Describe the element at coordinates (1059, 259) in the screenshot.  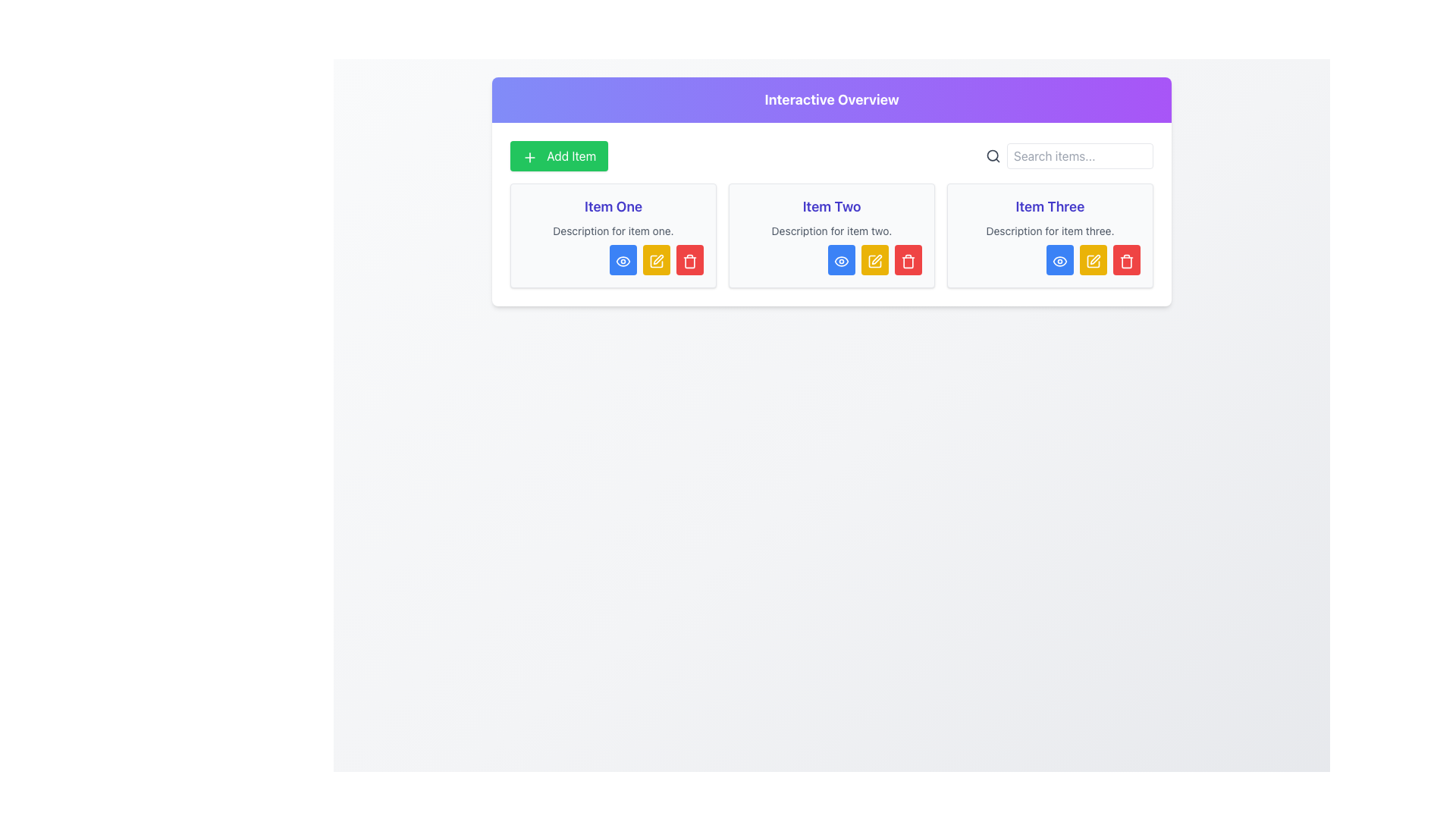
I see `the blue circular button with a white eye icon located in the 'Item Three' interactive card` at that location.